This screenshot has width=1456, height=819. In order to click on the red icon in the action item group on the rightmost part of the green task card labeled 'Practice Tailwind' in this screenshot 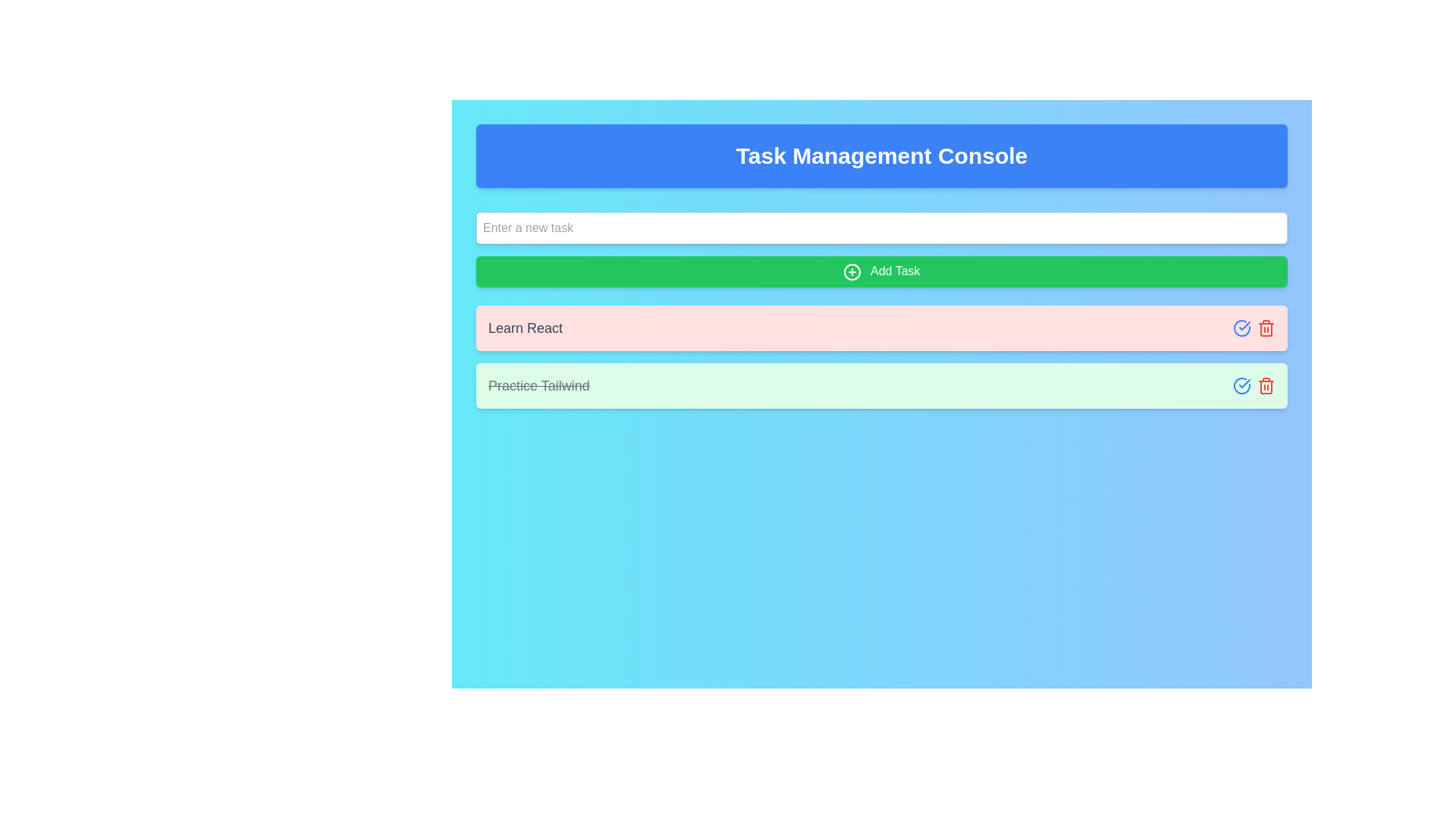, I will do `click(1254, 384)`.